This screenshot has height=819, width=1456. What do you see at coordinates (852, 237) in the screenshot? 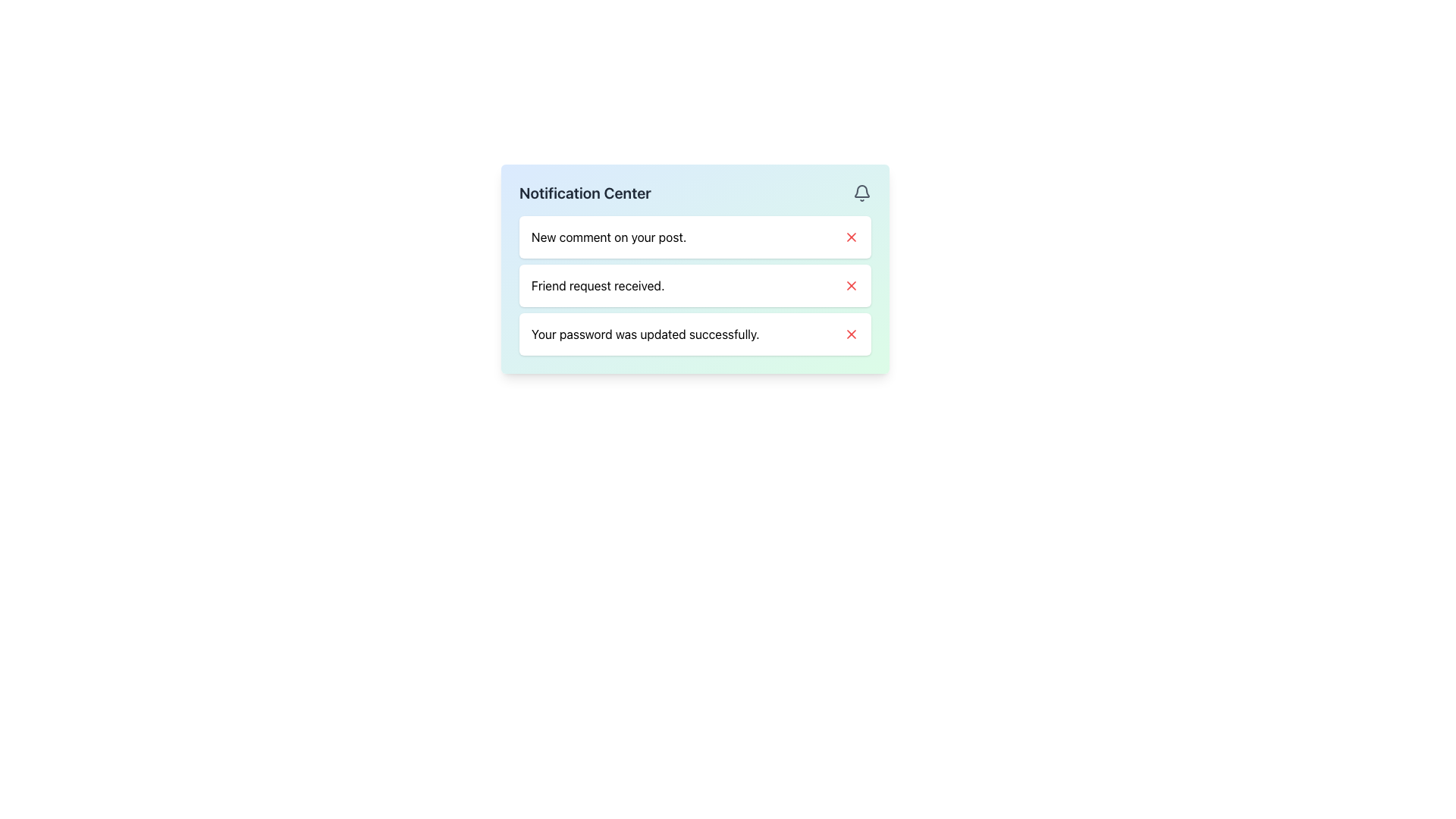
I see `the Close icon located at the top-right corner of the first notification card` at bounding box center [852, 237].